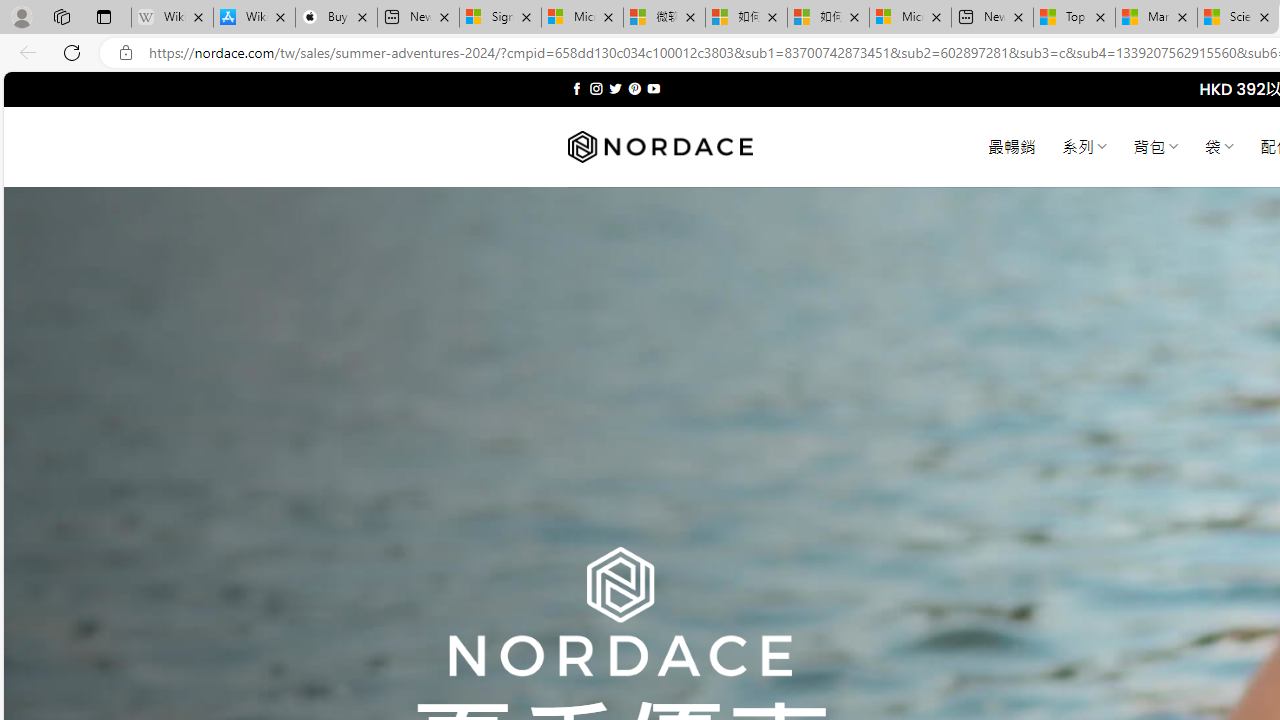 The height and width of the screenshot is (720, 1280). Describe the element at coordinates (103, 16) in the screenshot. I see `'Tab actions menu'` at that location.